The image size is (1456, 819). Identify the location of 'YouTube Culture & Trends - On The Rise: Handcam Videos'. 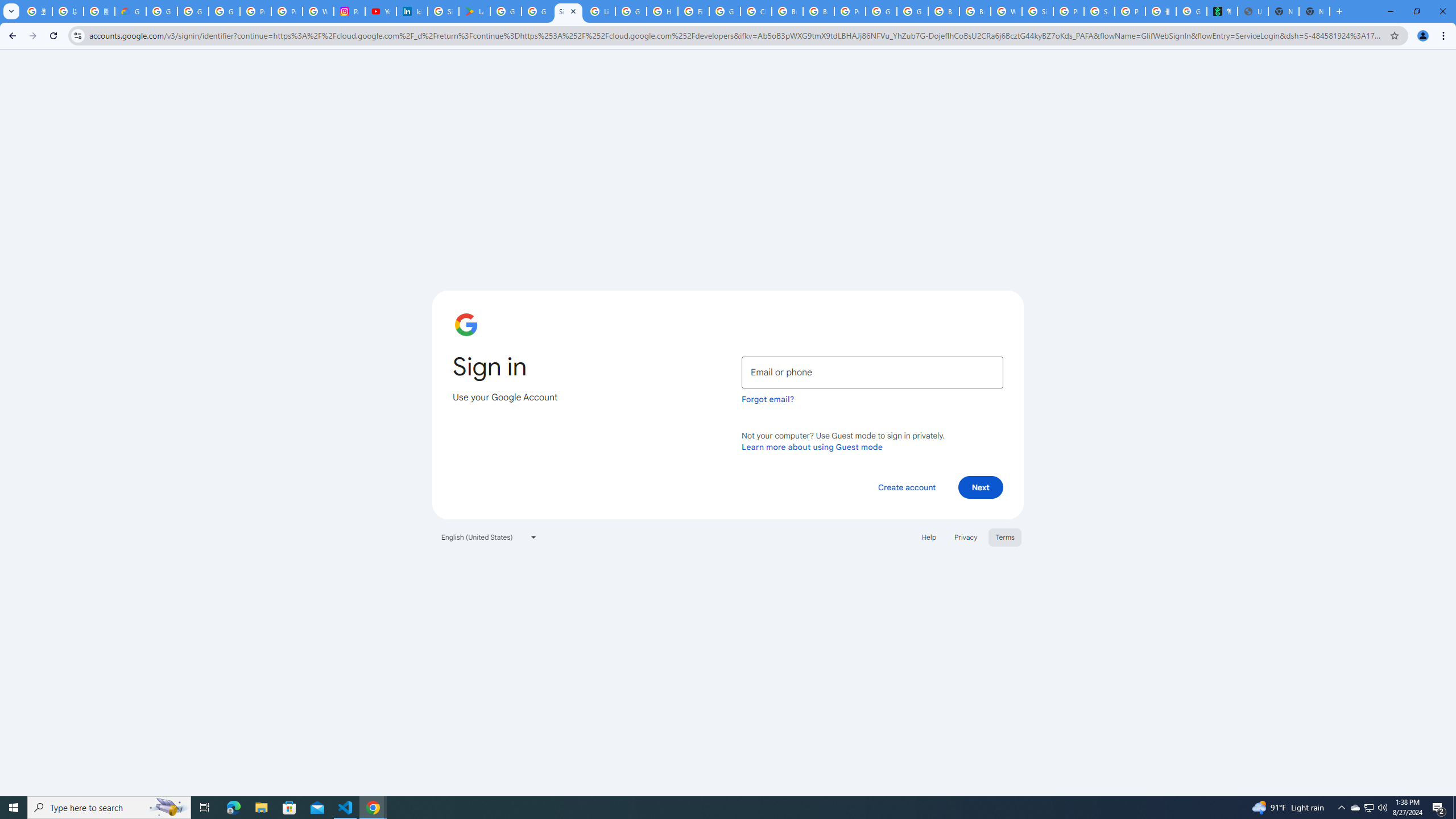
(380, 11).